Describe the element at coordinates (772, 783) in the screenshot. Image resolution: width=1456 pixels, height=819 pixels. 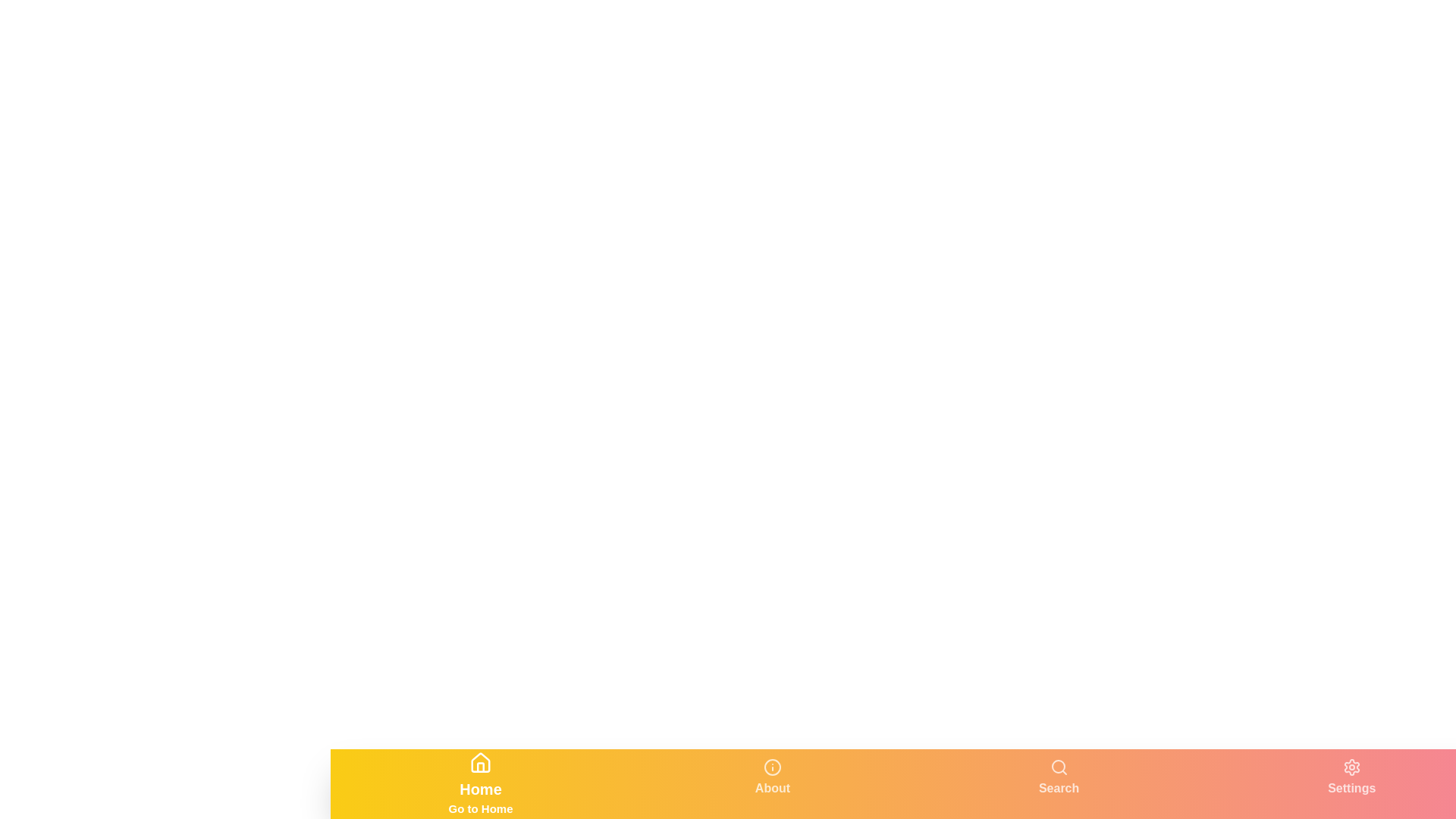
I see `the tab labeled About to switch to that tab` at that location.